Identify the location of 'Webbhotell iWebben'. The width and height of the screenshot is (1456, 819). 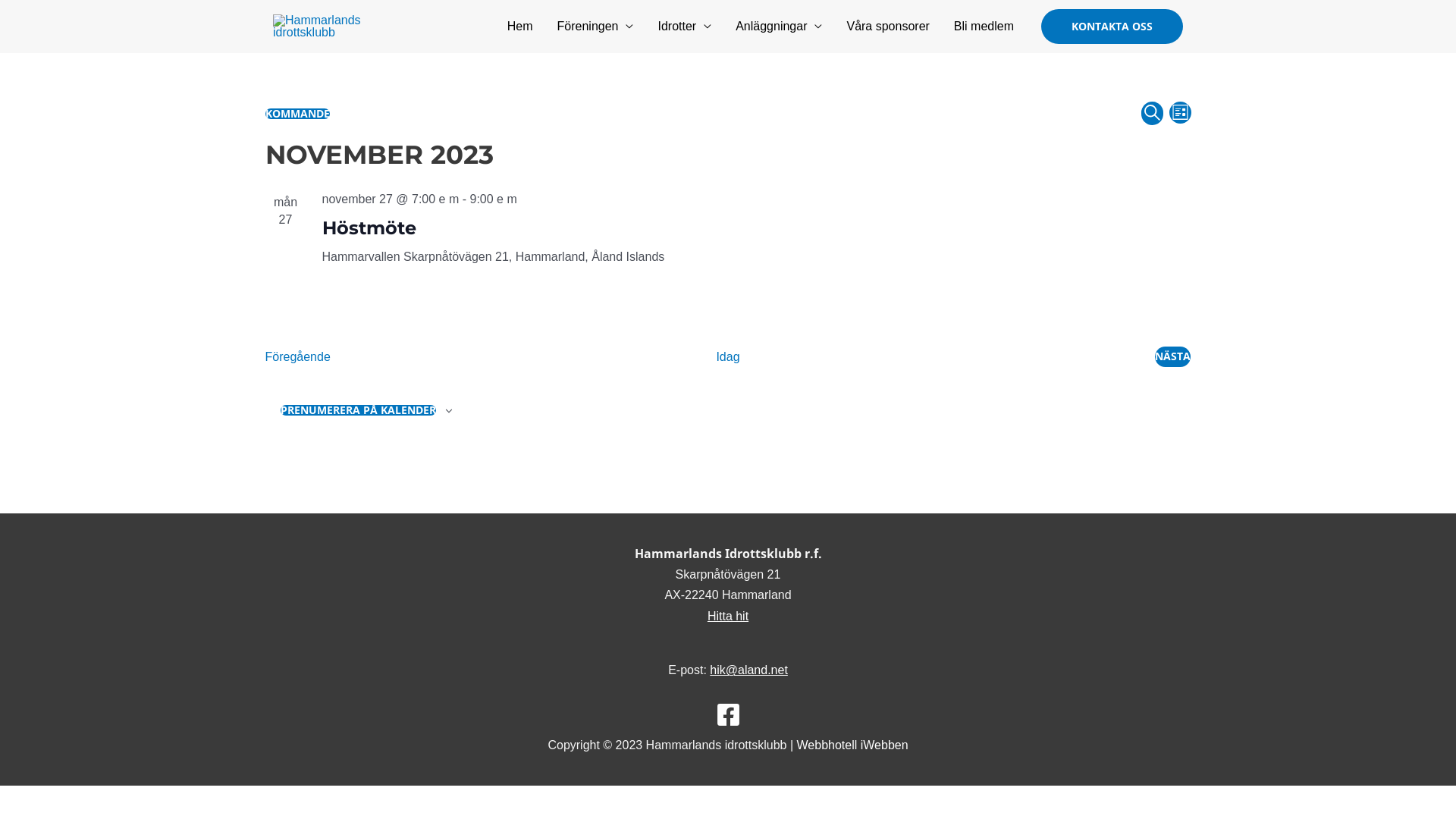
(796, 744).